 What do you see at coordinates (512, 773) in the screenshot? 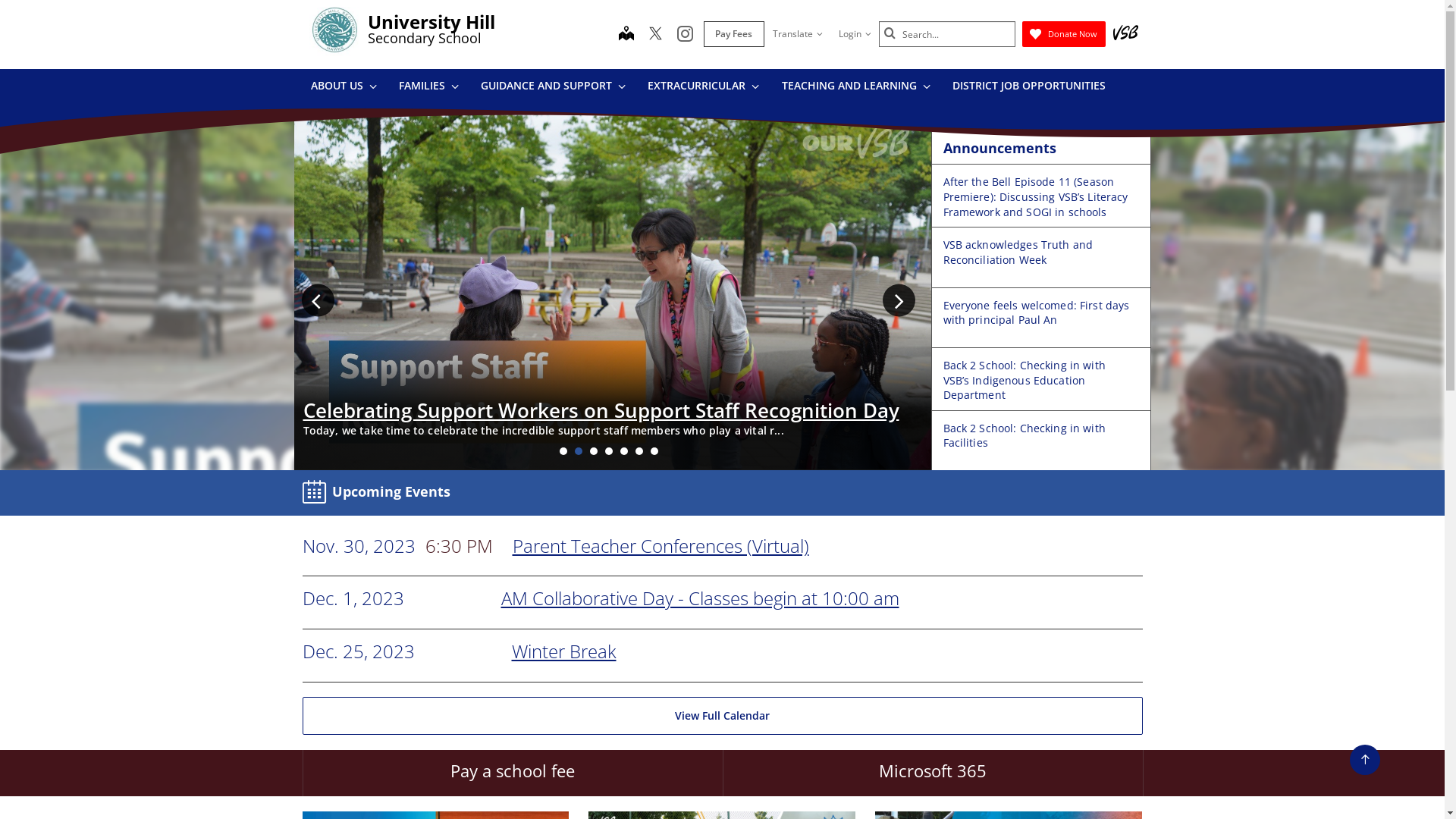
I see `'Pay a school fee'` at bounding box center [512, 773].